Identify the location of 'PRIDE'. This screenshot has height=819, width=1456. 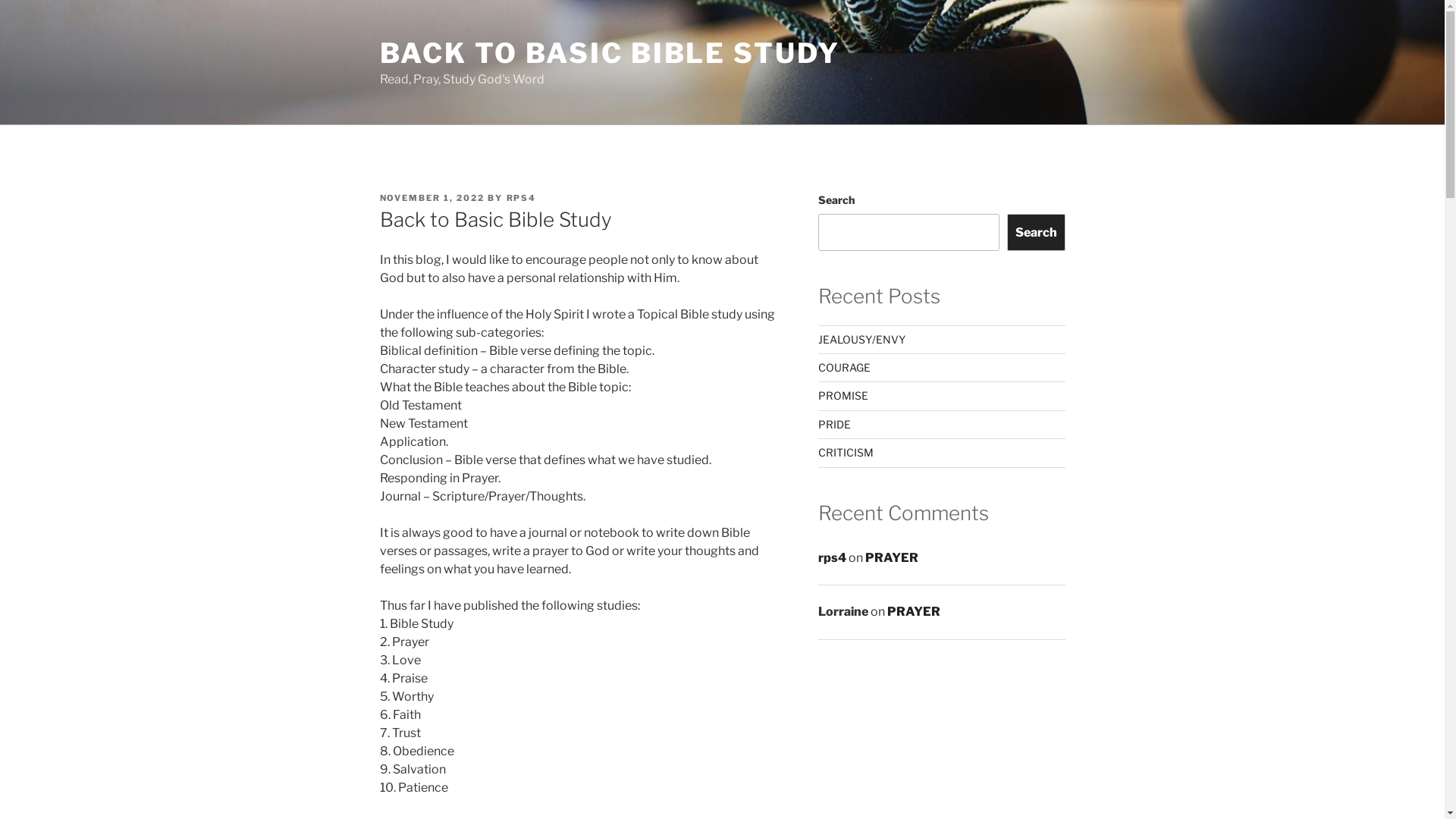
(833, 424).